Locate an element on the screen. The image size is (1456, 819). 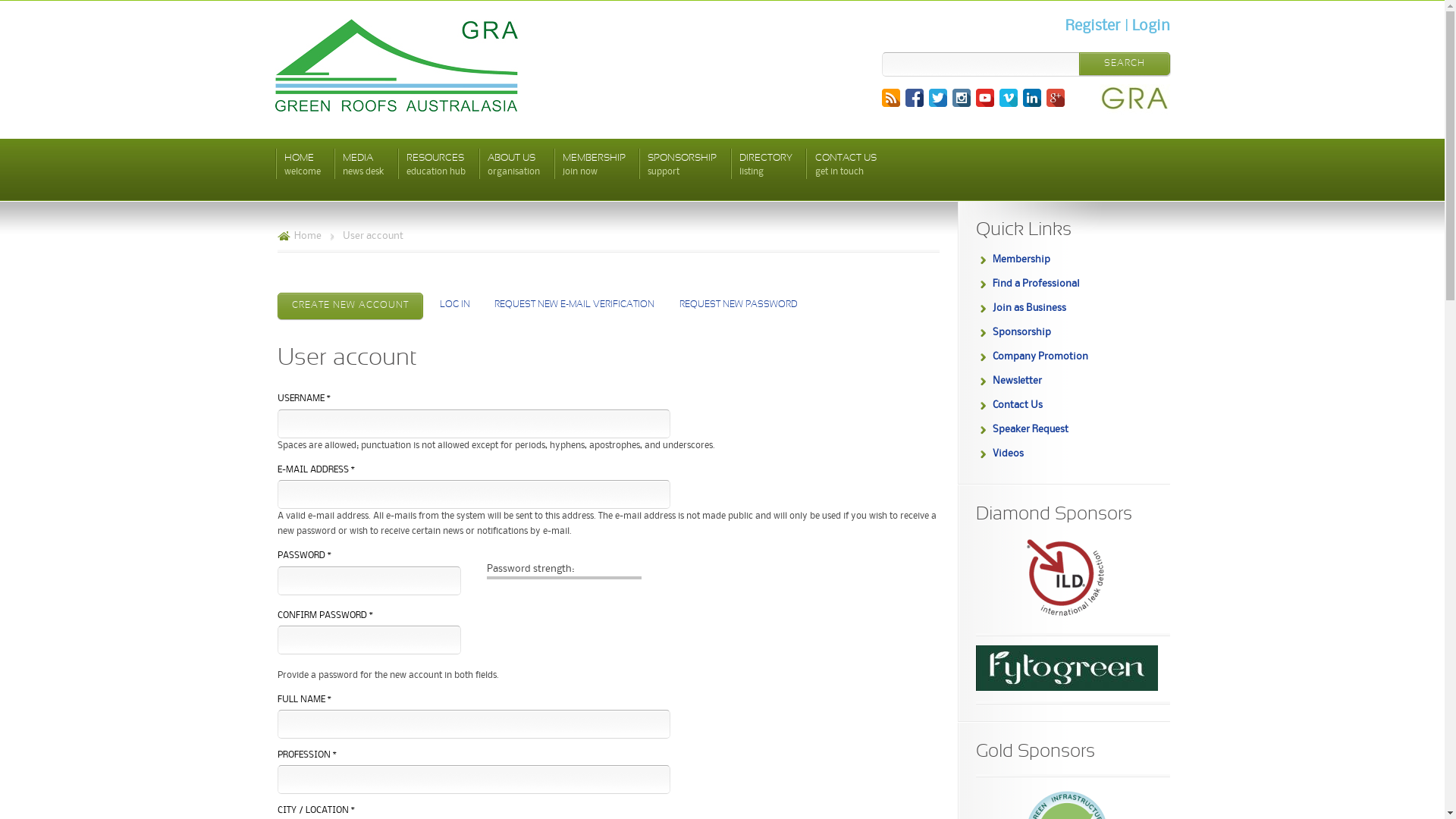
'Facebook' is located at coordinates (916, 99).